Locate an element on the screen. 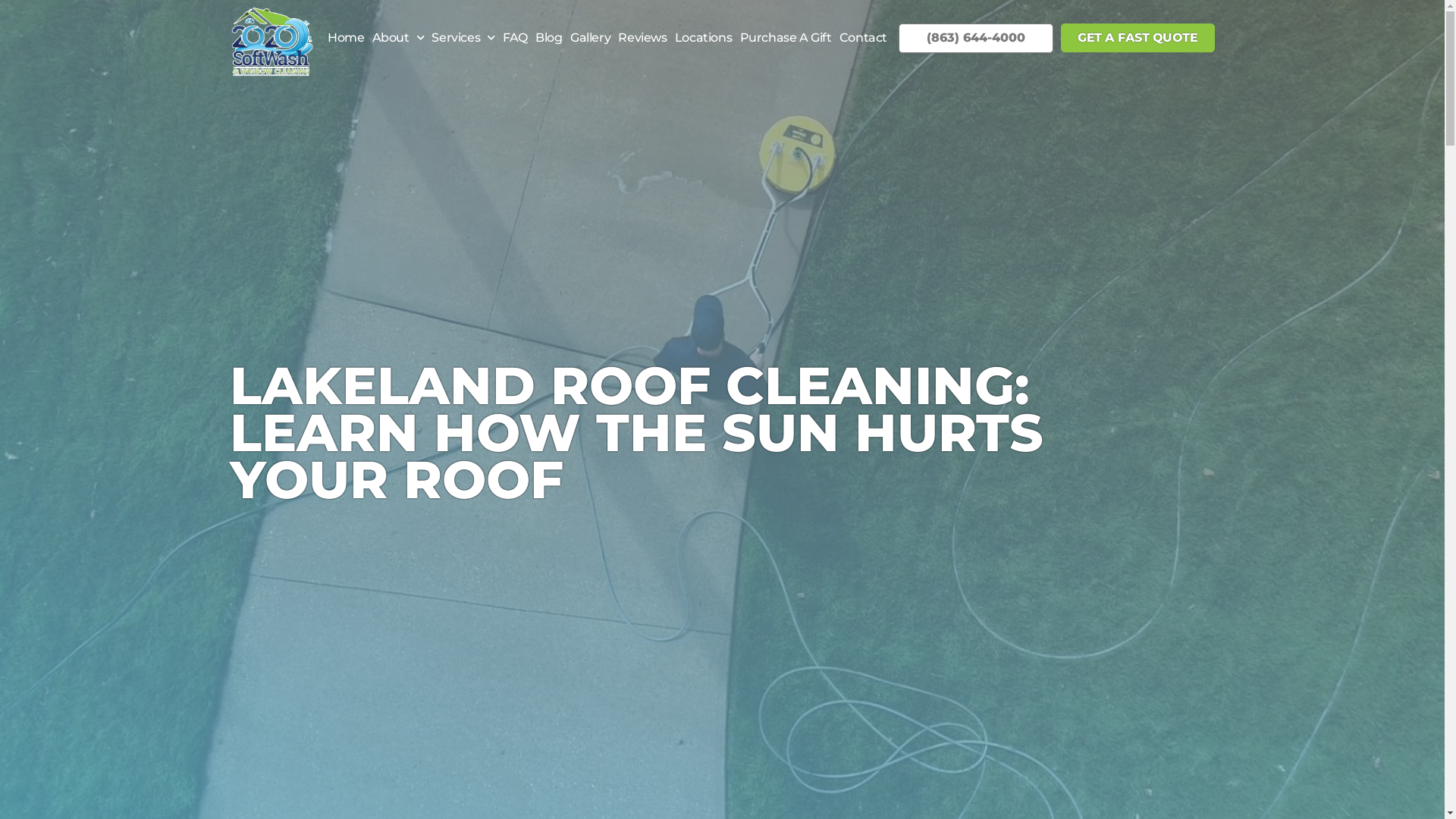 The image size is (1456, 819). 'Gallery' is located at coordinates (589, 37).